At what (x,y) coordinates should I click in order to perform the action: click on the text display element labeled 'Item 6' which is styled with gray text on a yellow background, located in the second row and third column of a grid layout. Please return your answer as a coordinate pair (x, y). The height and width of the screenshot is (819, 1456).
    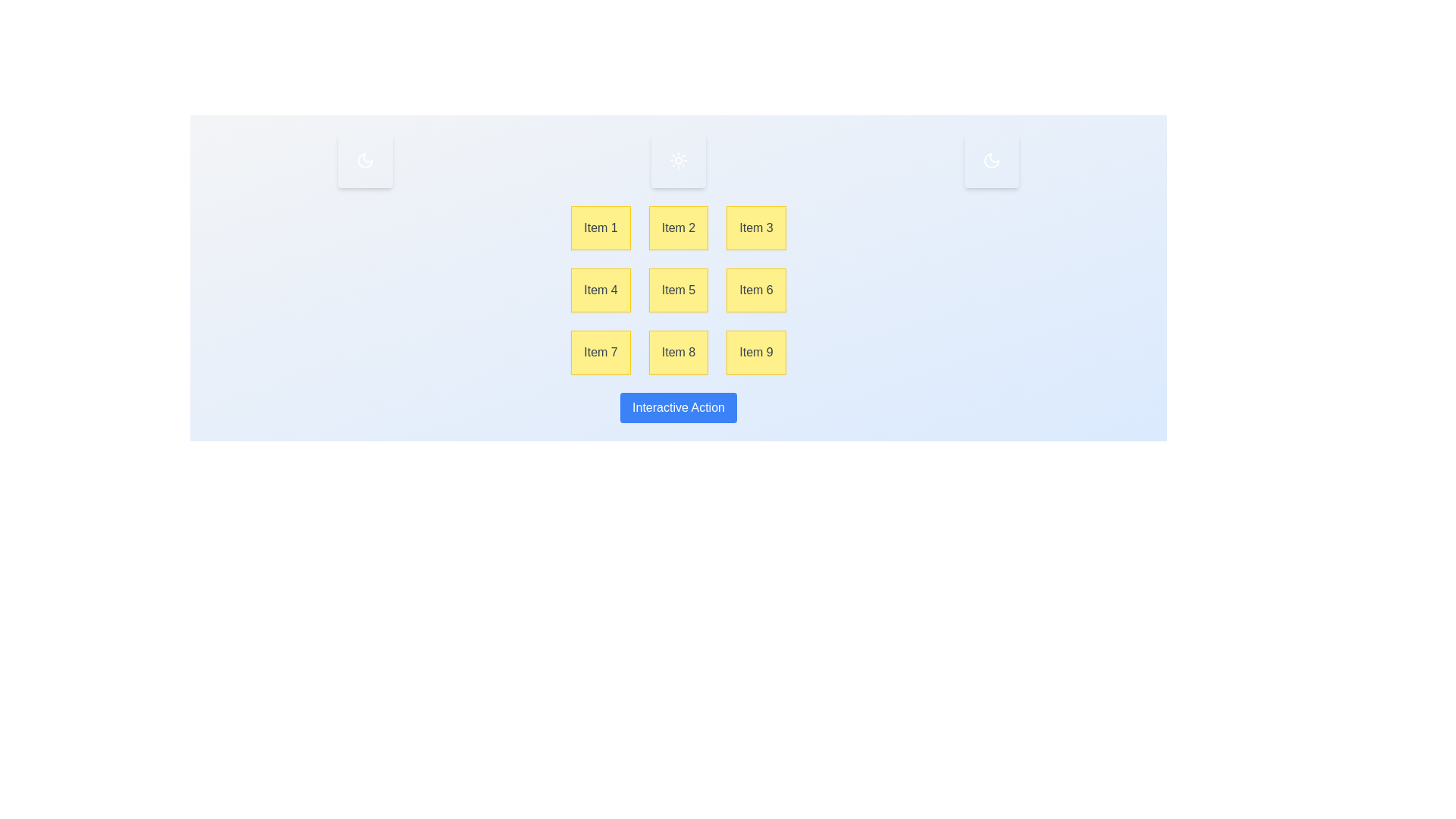
    Looking at the image, I should click on (756, 290).